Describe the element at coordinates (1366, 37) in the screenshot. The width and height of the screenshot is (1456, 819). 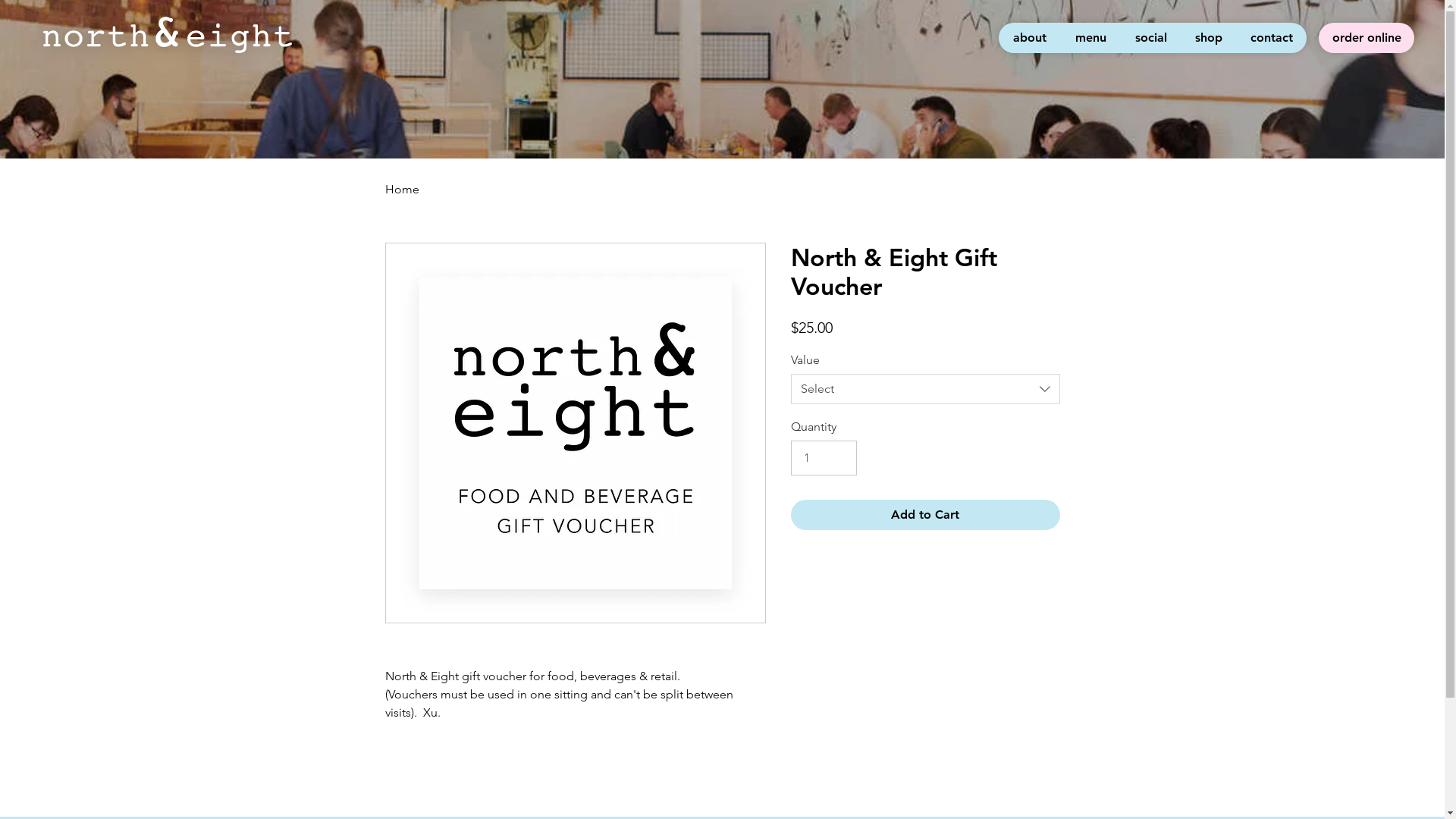
I see `'order online'` at that location.